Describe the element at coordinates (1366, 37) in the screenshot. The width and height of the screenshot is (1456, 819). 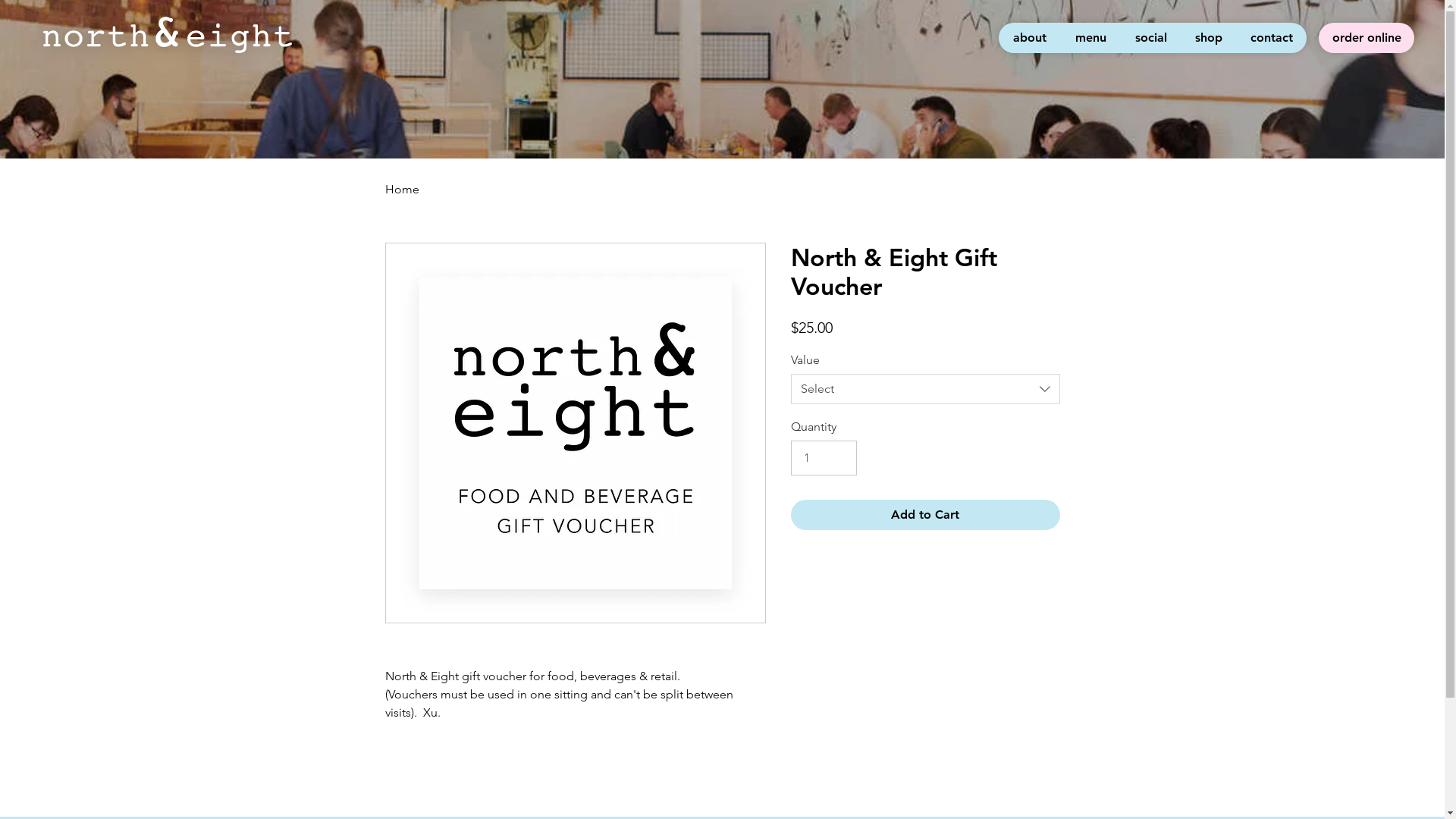
I see `'order online'` at that location.